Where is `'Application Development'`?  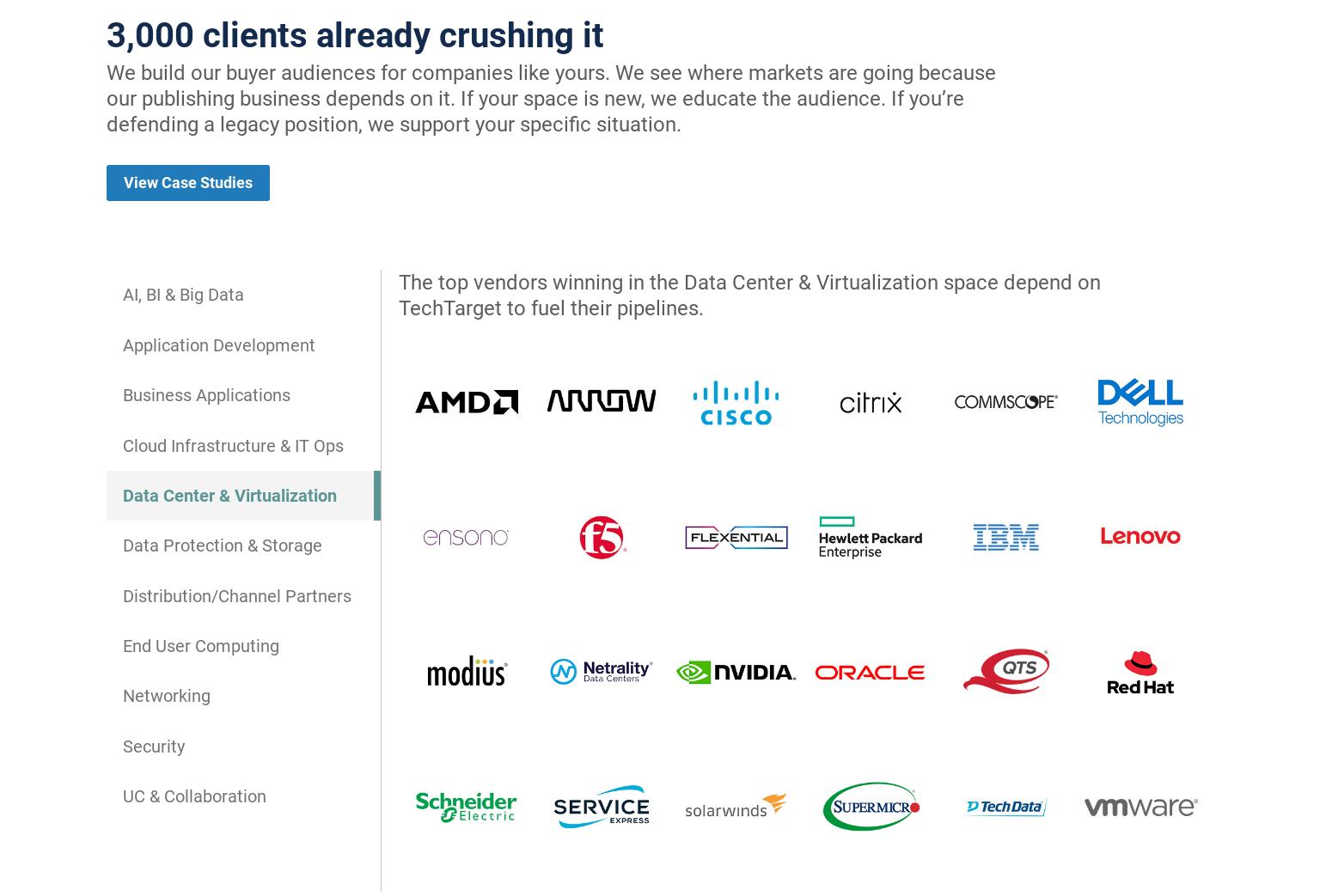 'Application Development' is located at coordinates (218, 344).